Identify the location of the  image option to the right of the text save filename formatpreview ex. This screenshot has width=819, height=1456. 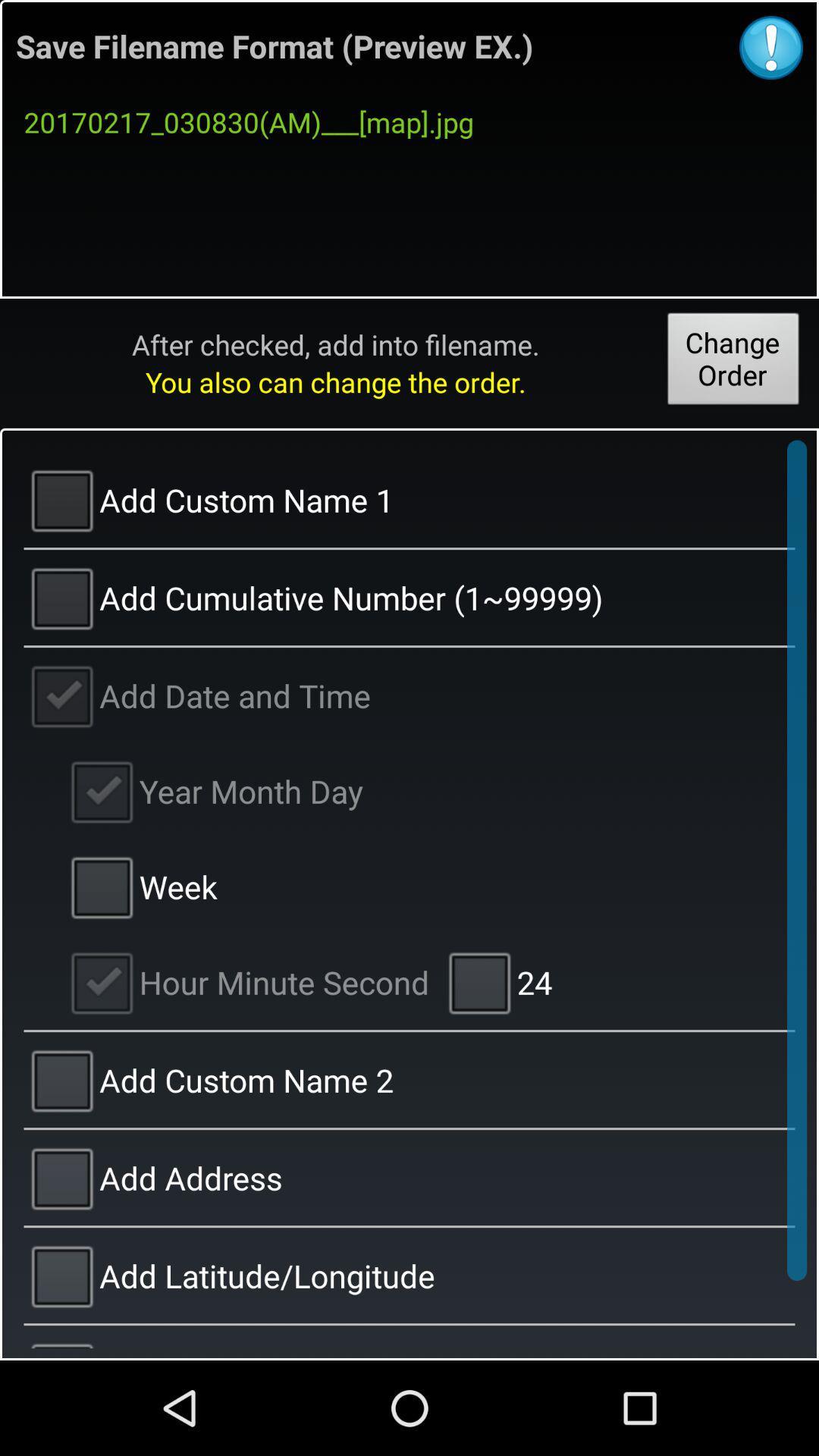
(771, 47).